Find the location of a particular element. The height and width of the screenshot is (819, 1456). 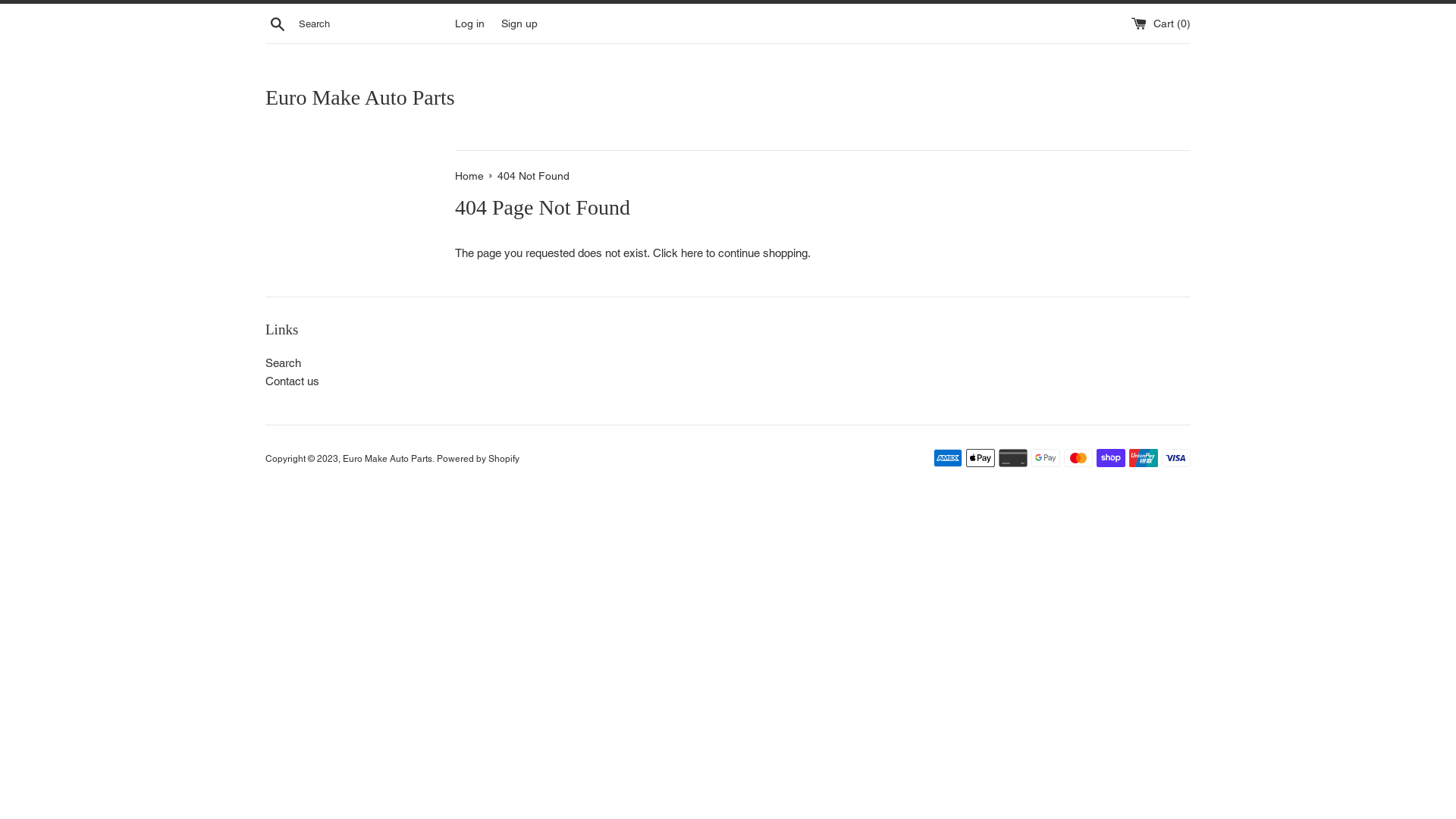

'Sign up' is located at coordinates (519, 23).